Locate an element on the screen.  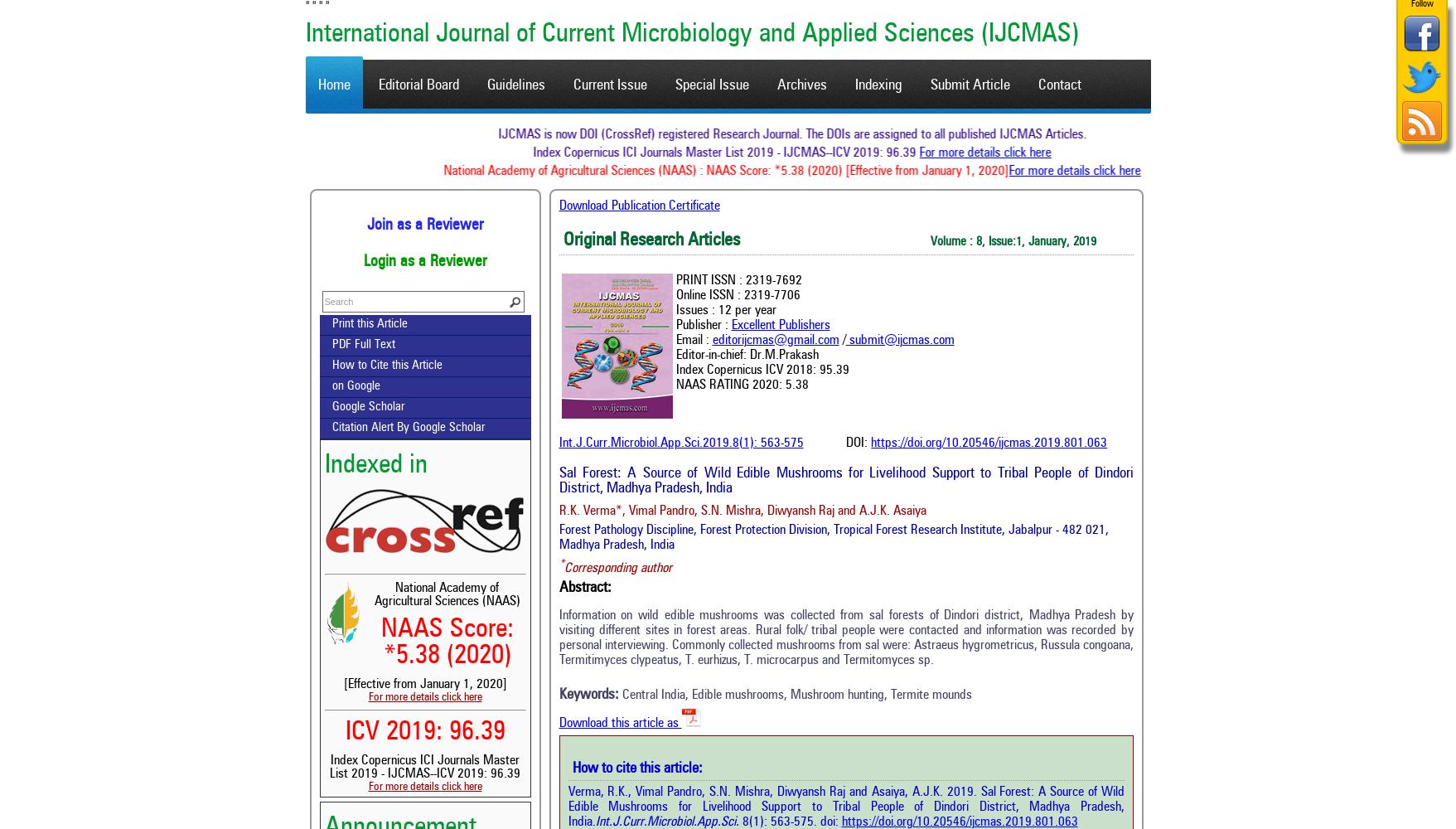
'ICV 2019: 96.39' is located at coordinates (424, 733).